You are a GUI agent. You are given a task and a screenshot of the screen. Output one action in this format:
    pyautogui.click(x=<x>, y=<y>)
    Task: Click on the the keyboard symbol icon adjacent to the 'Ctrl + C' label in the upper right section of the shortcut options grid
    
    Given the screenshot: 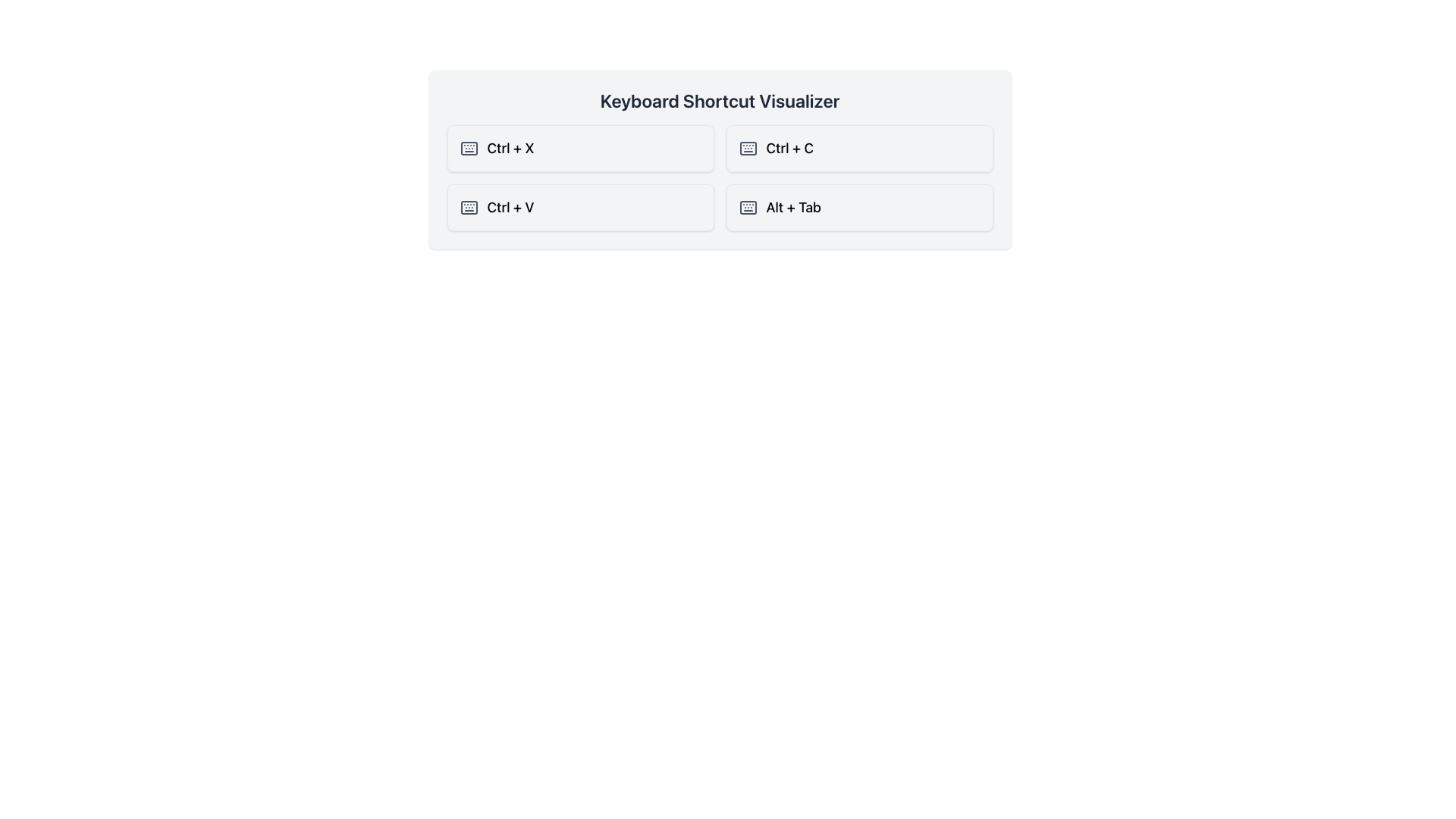 What is the action you would take?
    pyautogui.click(x=748, y=149)
    